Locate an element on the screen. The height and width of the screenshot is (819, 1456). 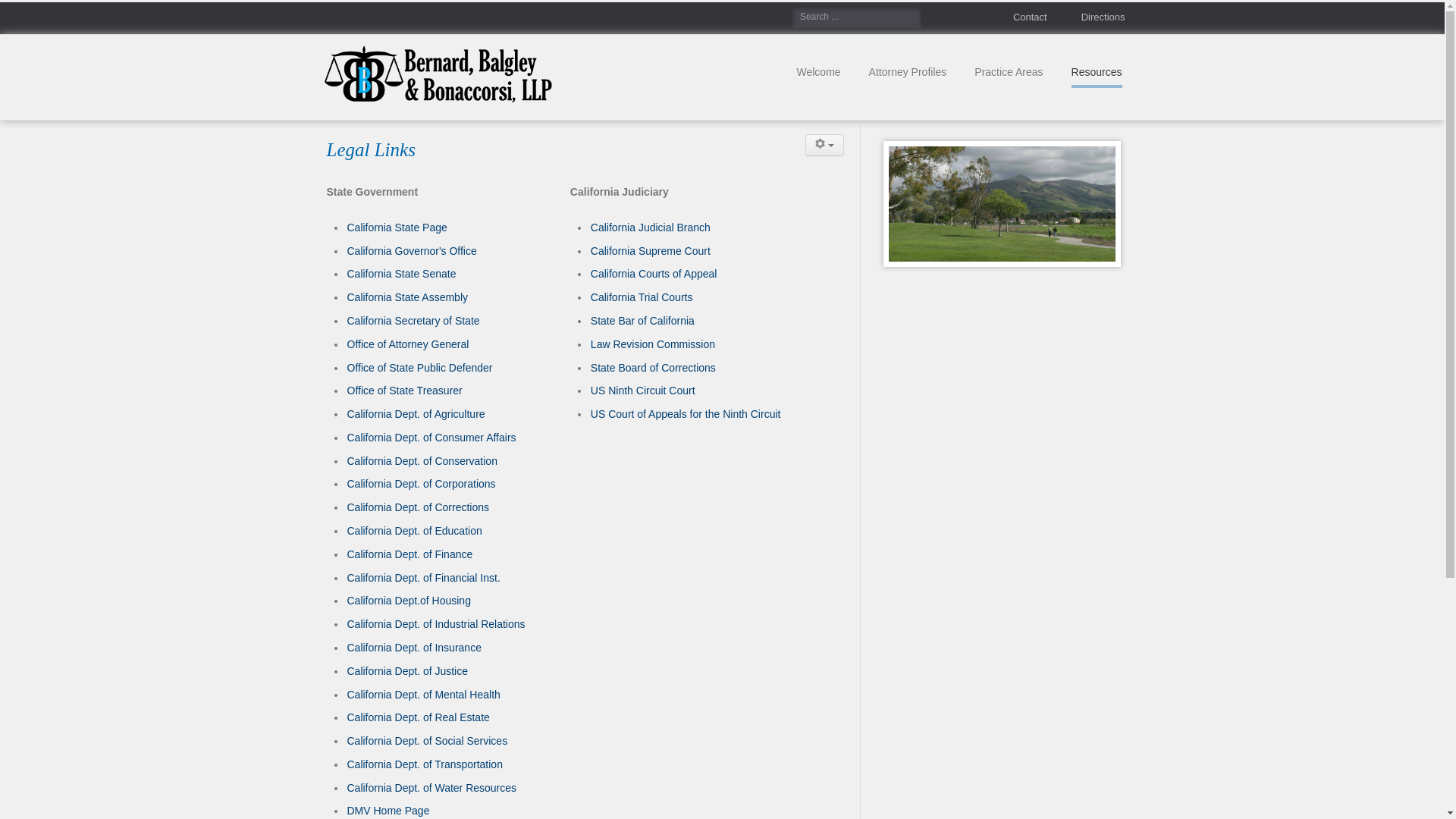
'California Secretary of State' is located at coordinates (413, 320).